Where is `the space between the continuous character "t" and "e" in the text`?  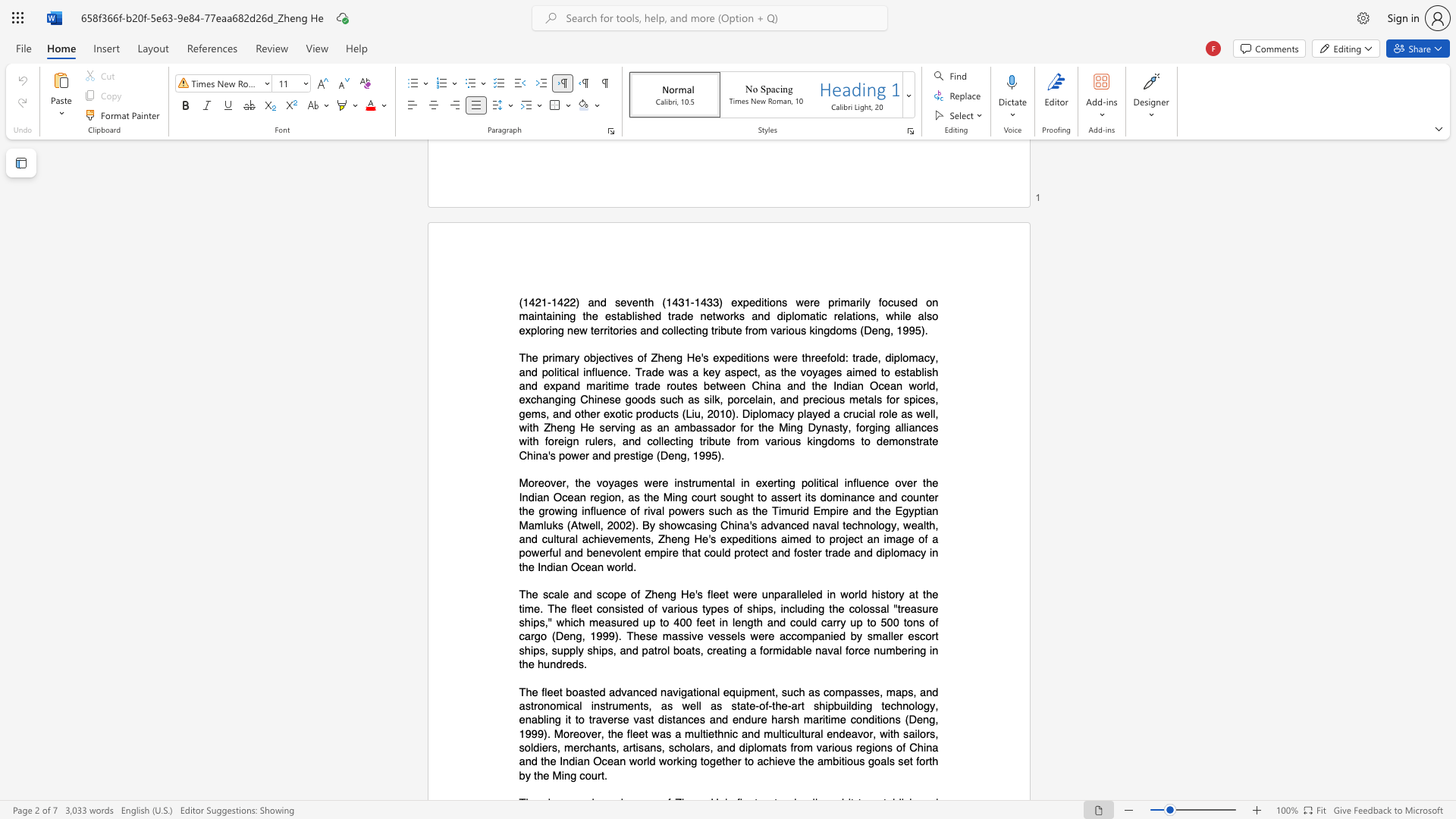
the space between the continuous character "t" and "e" in the text is located at coordinates (750, 705).